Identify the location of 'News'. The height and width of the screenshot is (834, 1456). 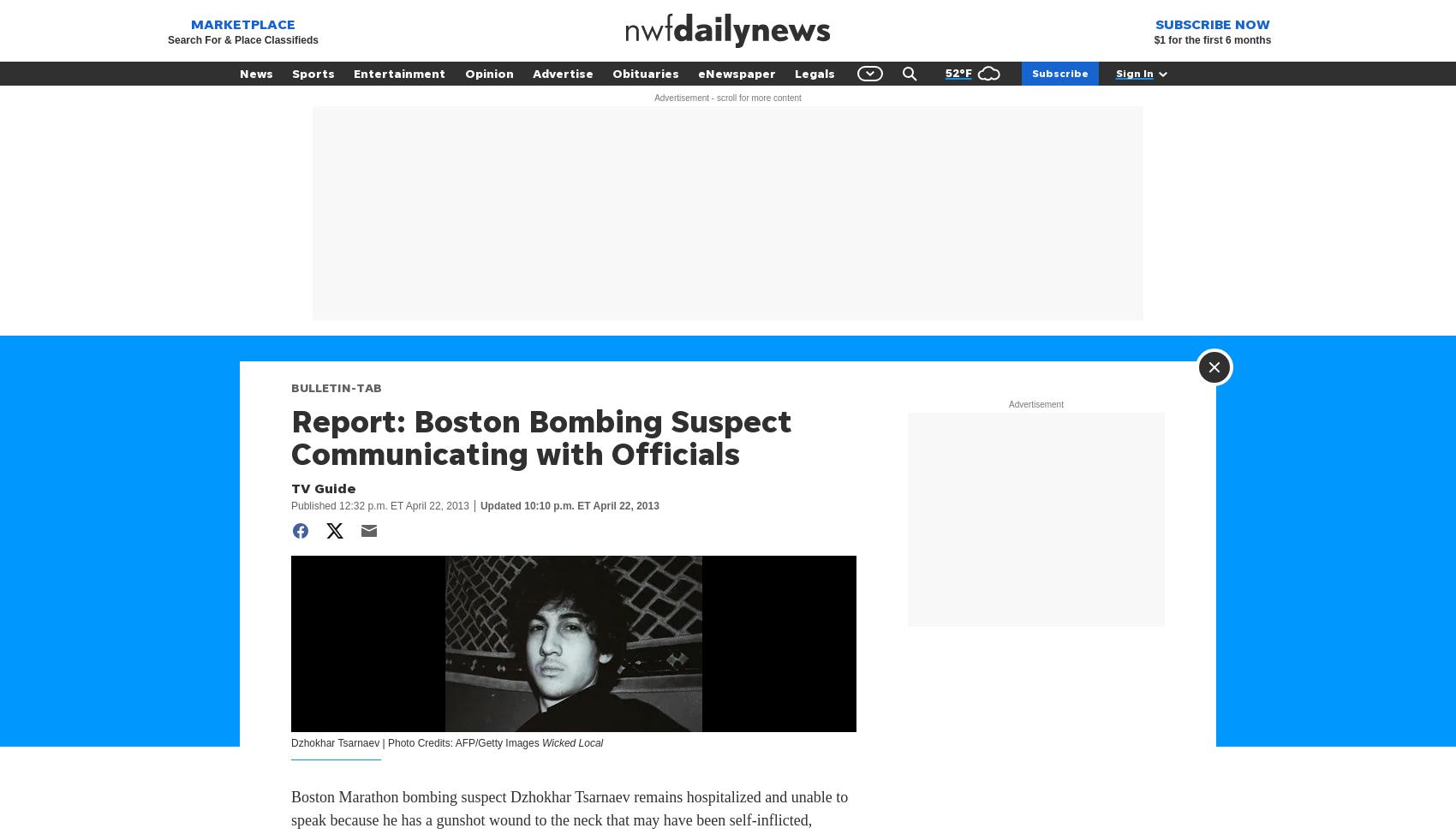
(239, 72).